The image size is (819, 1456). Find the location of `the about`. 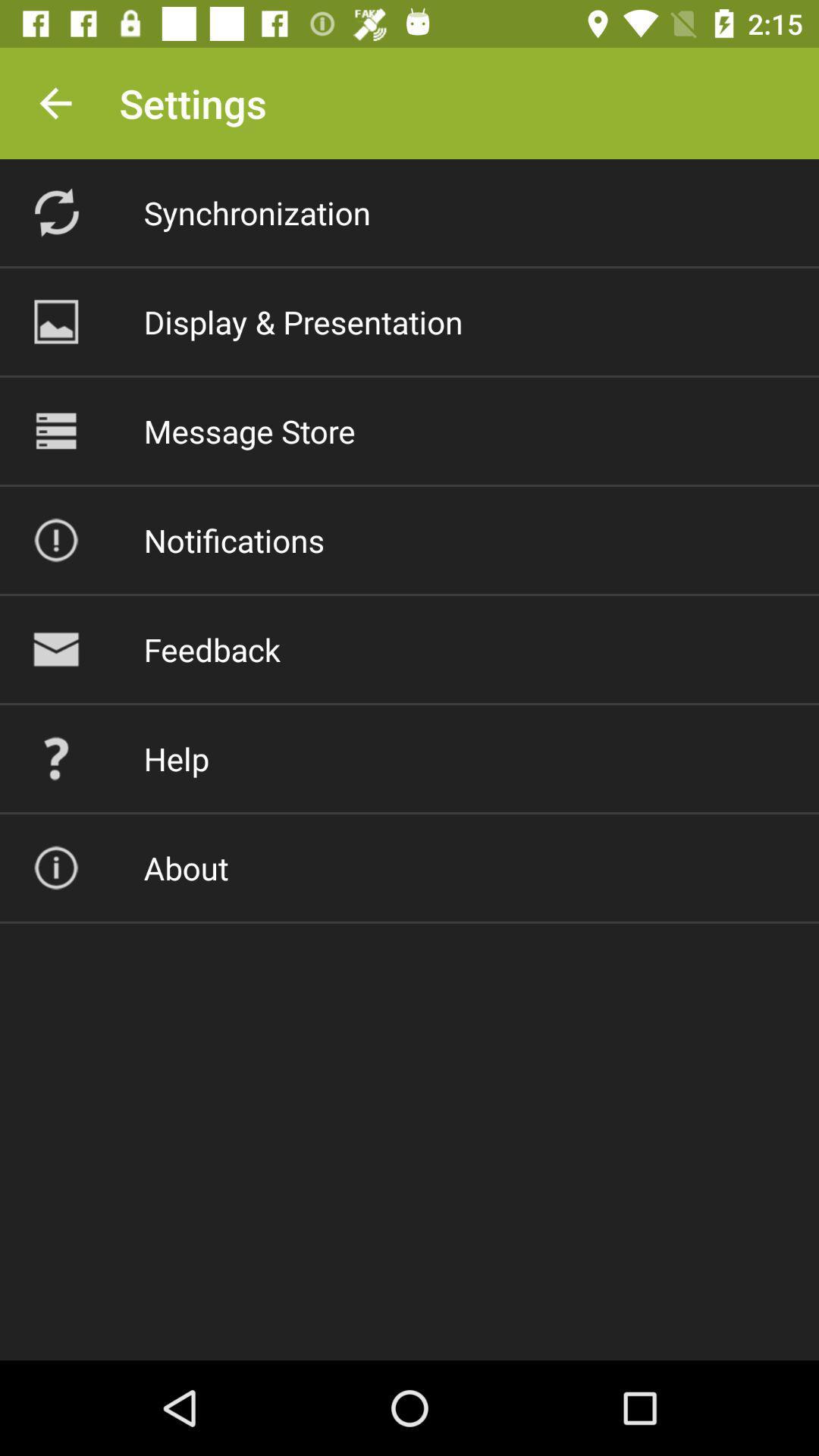

the about is located at coordinates (185, 868).